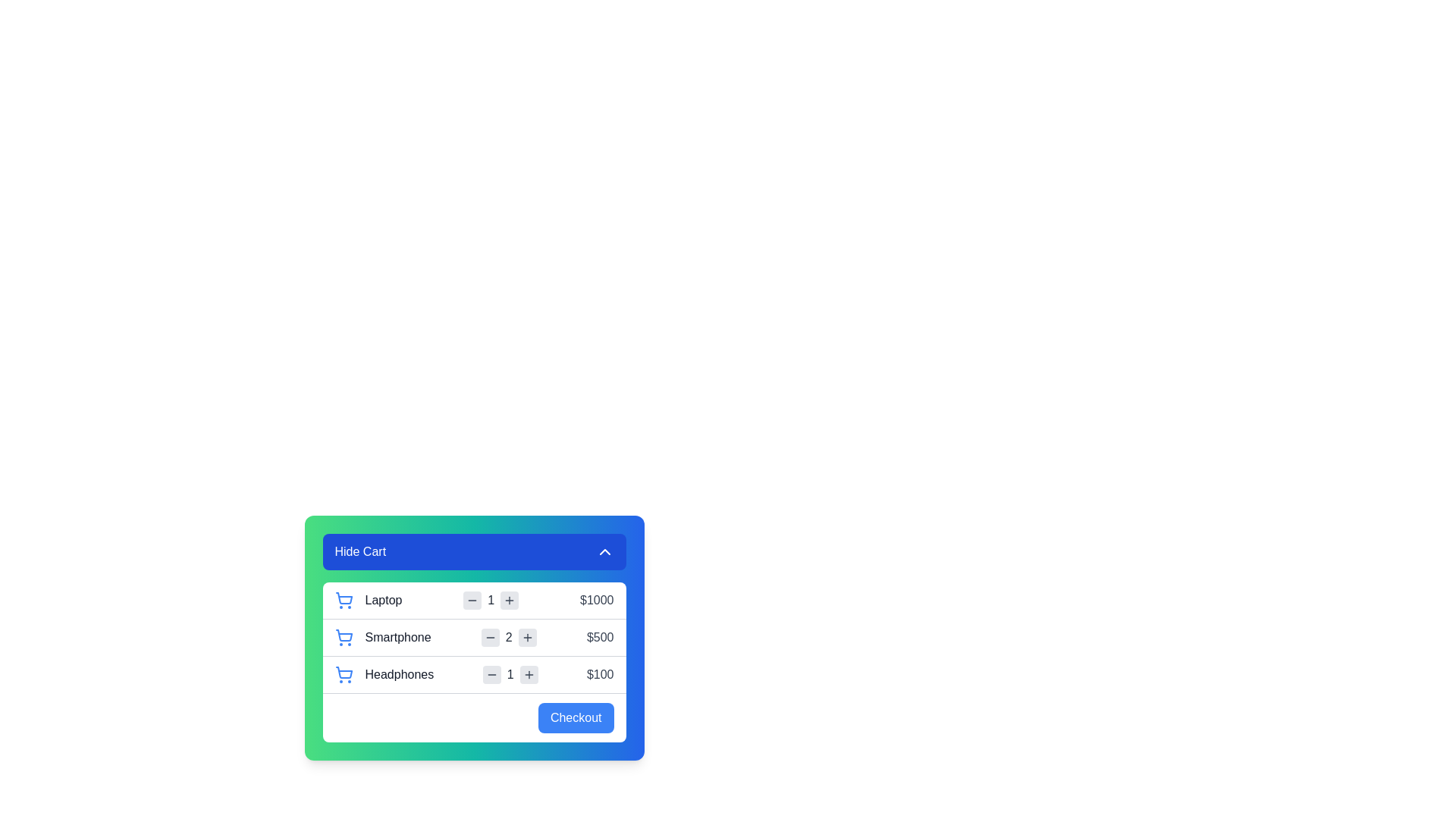 The image size is (1456, 819). Describe the element at coordinates (343, 599) in the screenshot. I see `the shopping cart icon associated with the 'Laptop' item by moving the cursor to its center point` at that location.